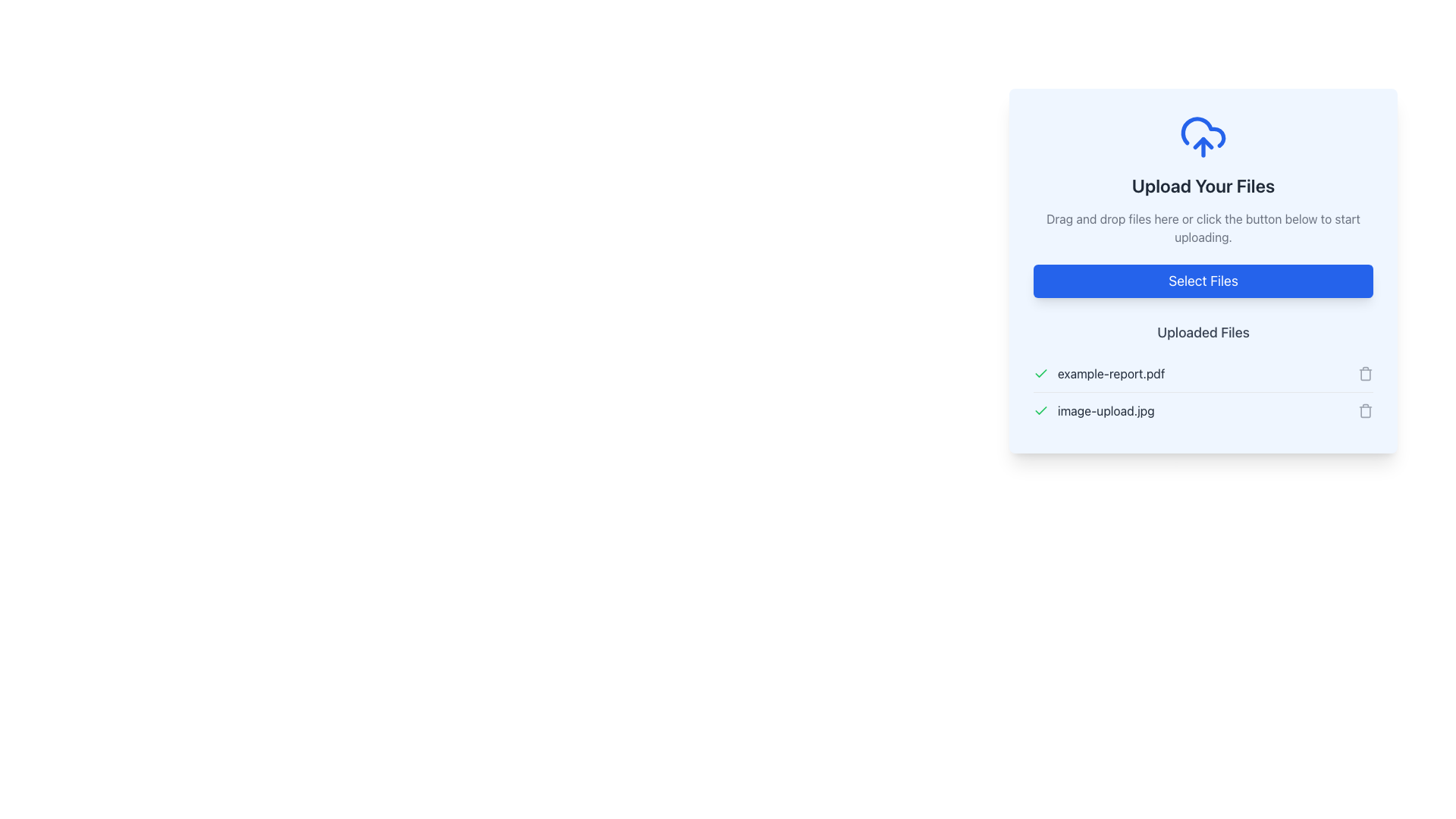 The width and height of the screenshot is (1456, 819). Describe the element at coordinates (1203, 332) in the screenshot. I see `the text label or header that identifies the section for uploaded files, located beneath the 'Select Files' button` at that location.